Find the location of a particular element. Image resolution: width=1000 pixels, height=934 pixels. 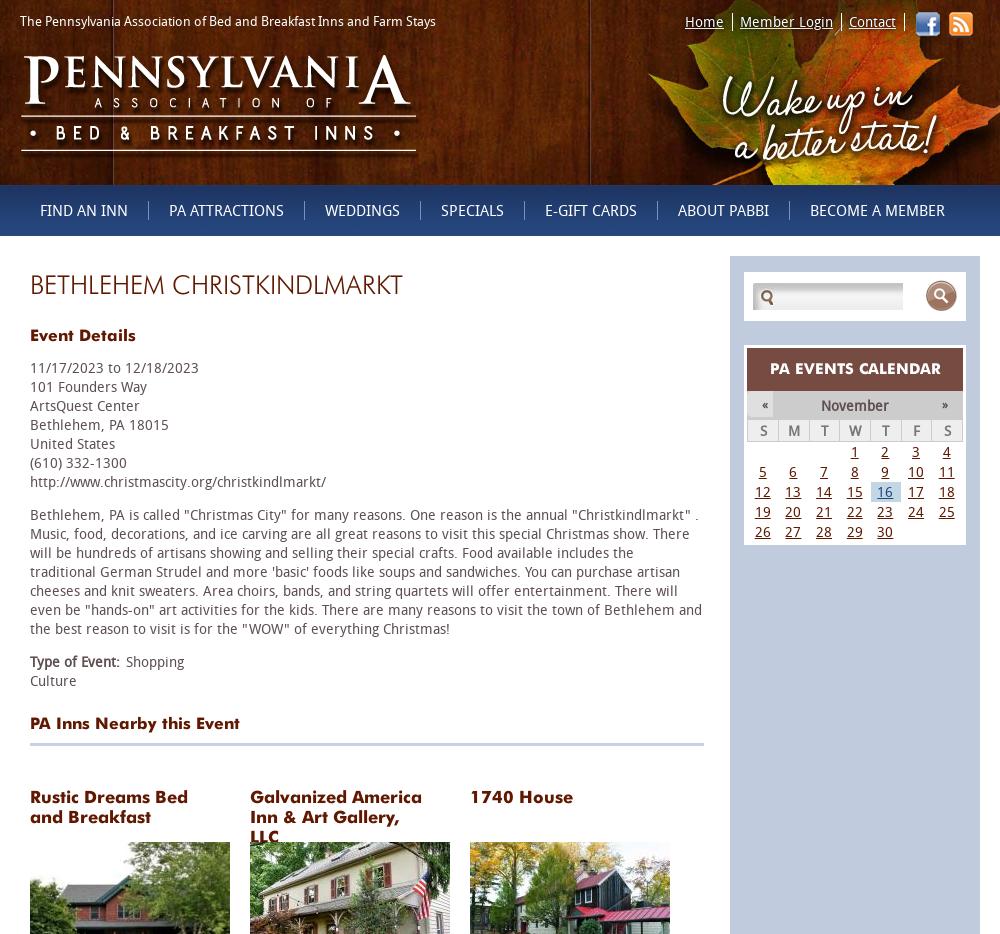

'29' is located at coordinates (845, 530).